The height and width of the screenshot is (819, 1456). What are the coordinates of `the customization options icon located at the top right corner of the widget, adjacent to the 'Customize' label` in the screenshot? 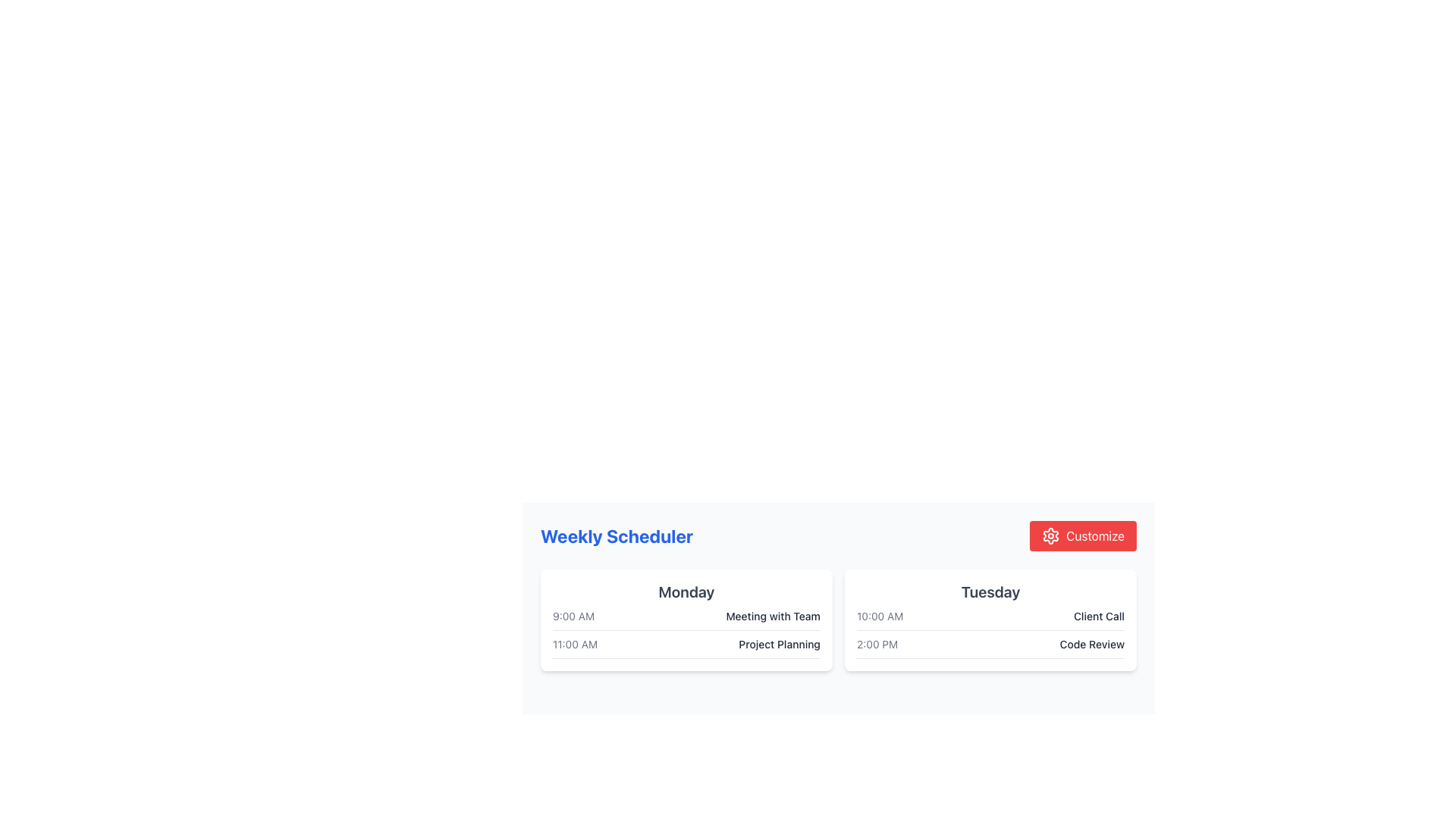 It's located at (1050, 535).